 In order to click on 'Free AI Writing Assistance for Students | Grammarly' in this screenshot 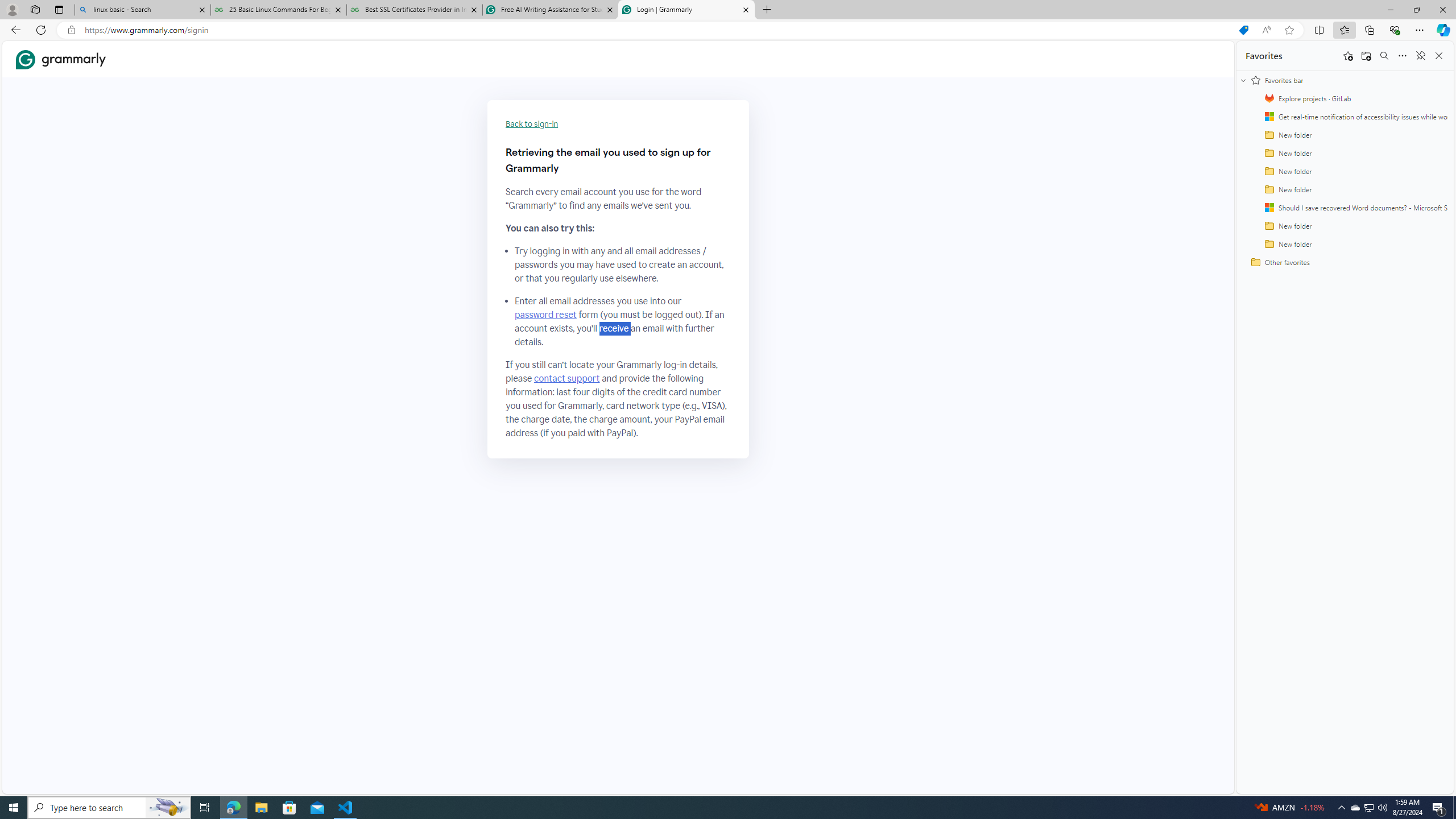, I will do `click(549, 9)`.